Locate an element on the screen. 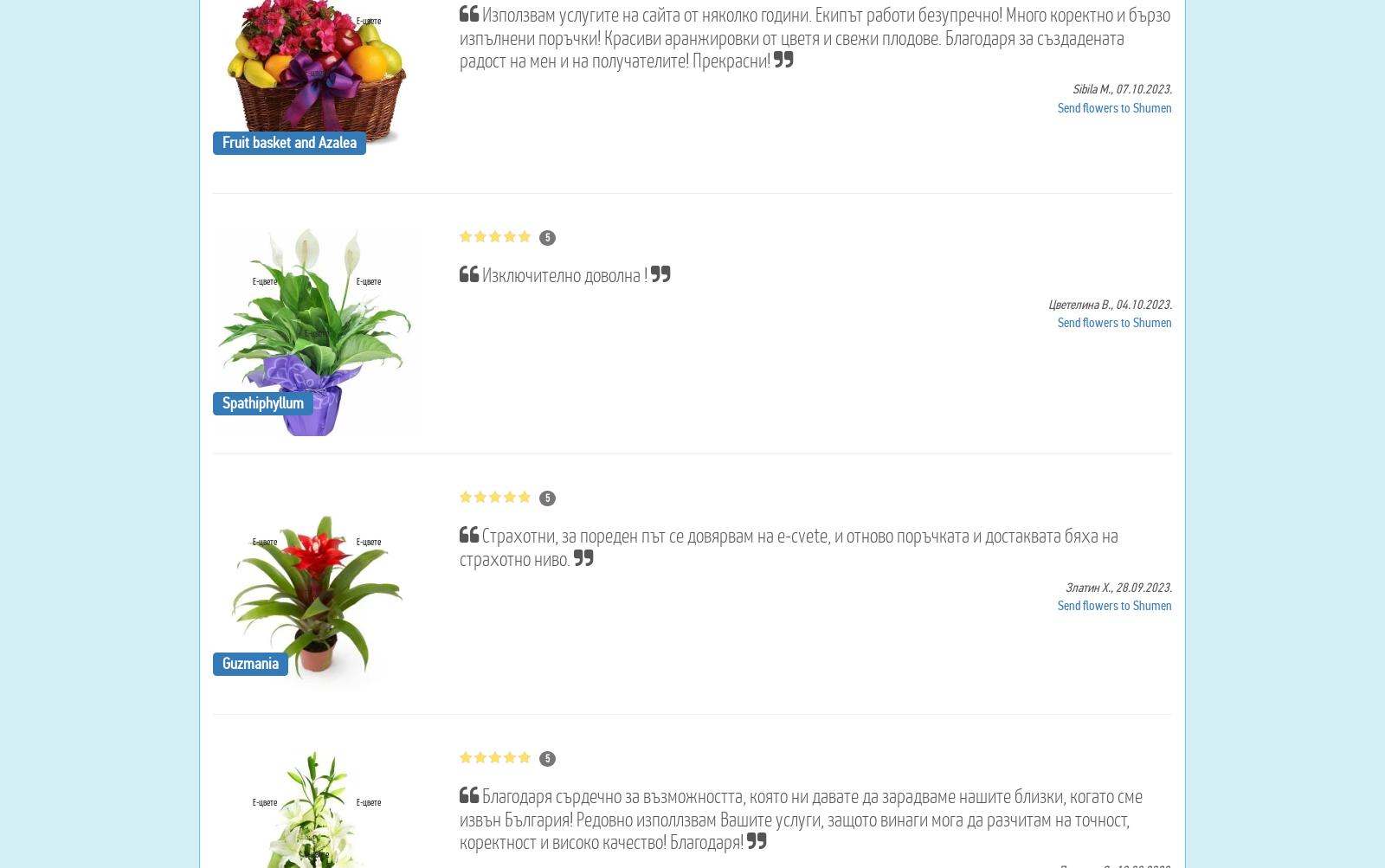 This screenshot has height=868, width=1385. 'Sibila M.' is located at coordinates (1090, 88).